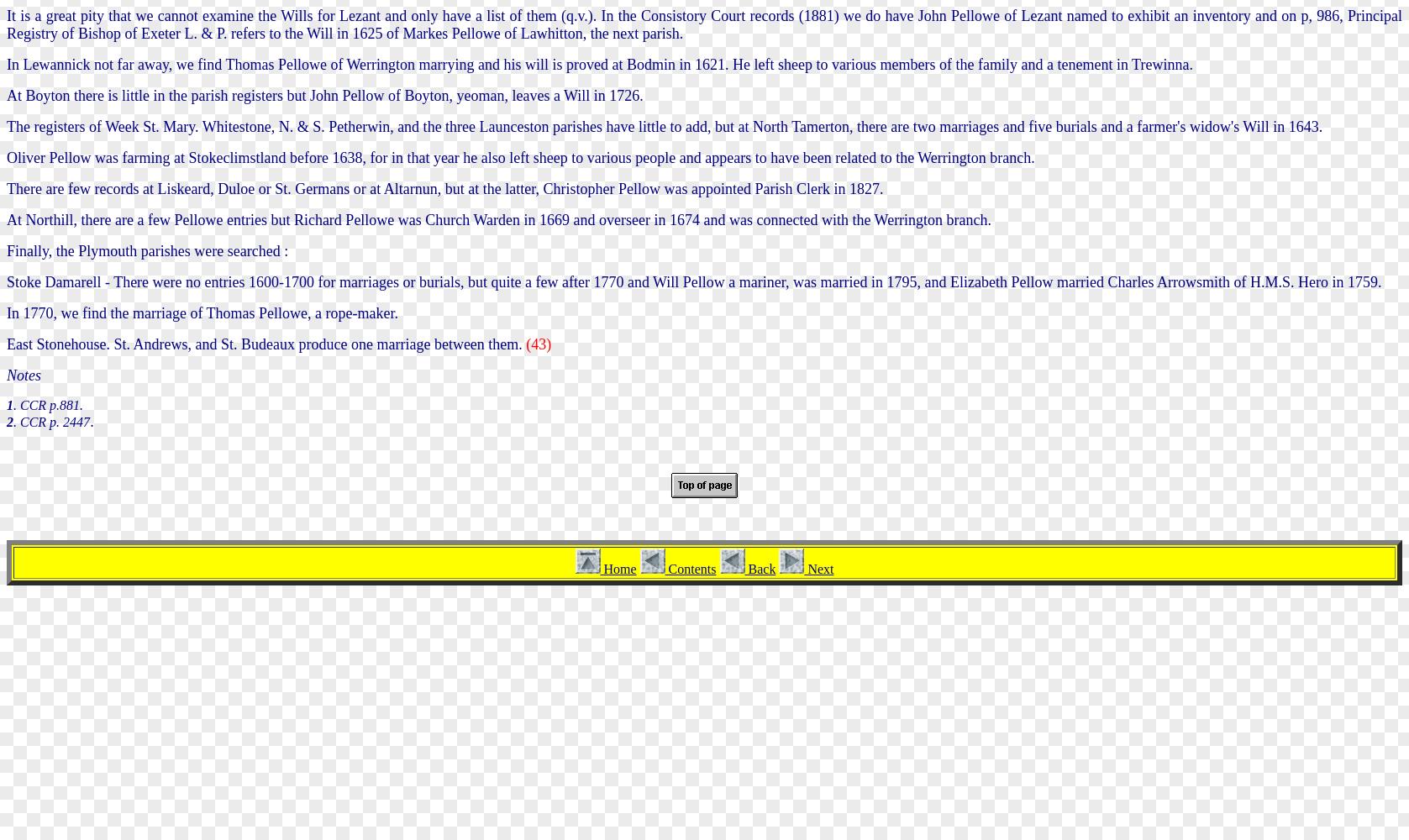  What do you see at coordinates (24, 374) in the screenshot?
I see `'Notes'` at bounding box center [24, 374].